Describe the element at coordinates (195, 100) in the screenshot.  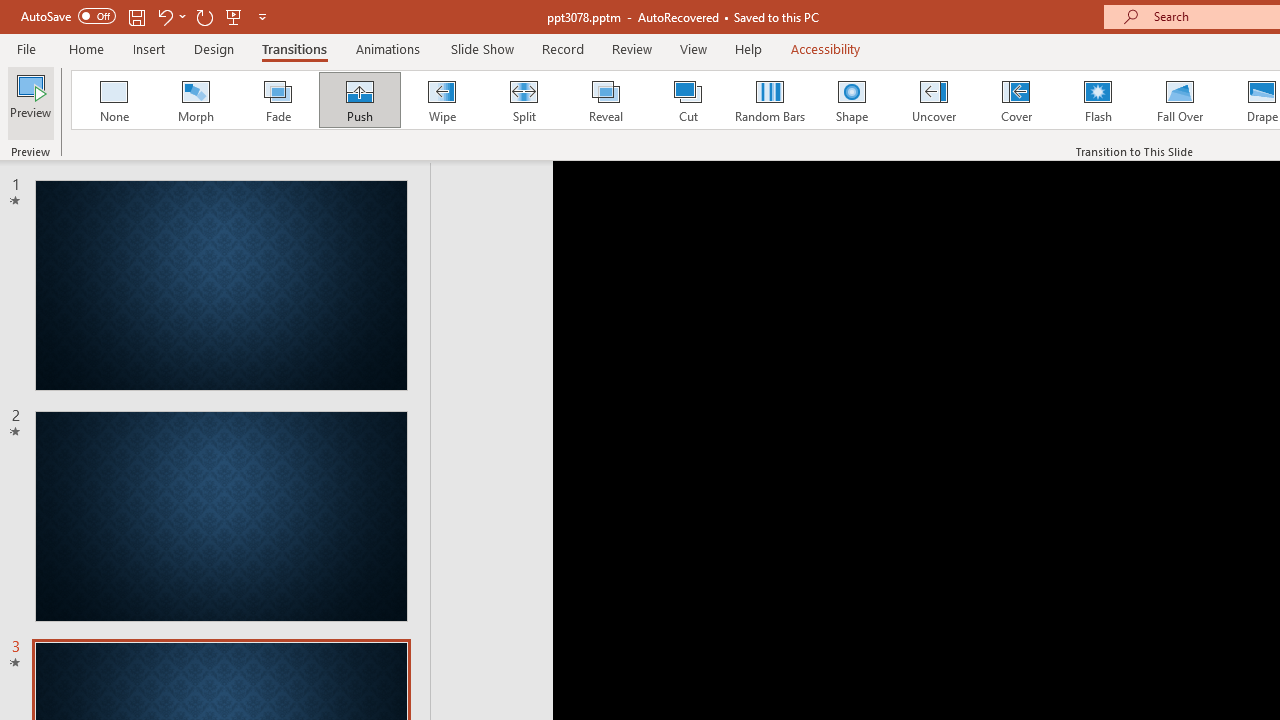
I see `'Morph'` at that location.